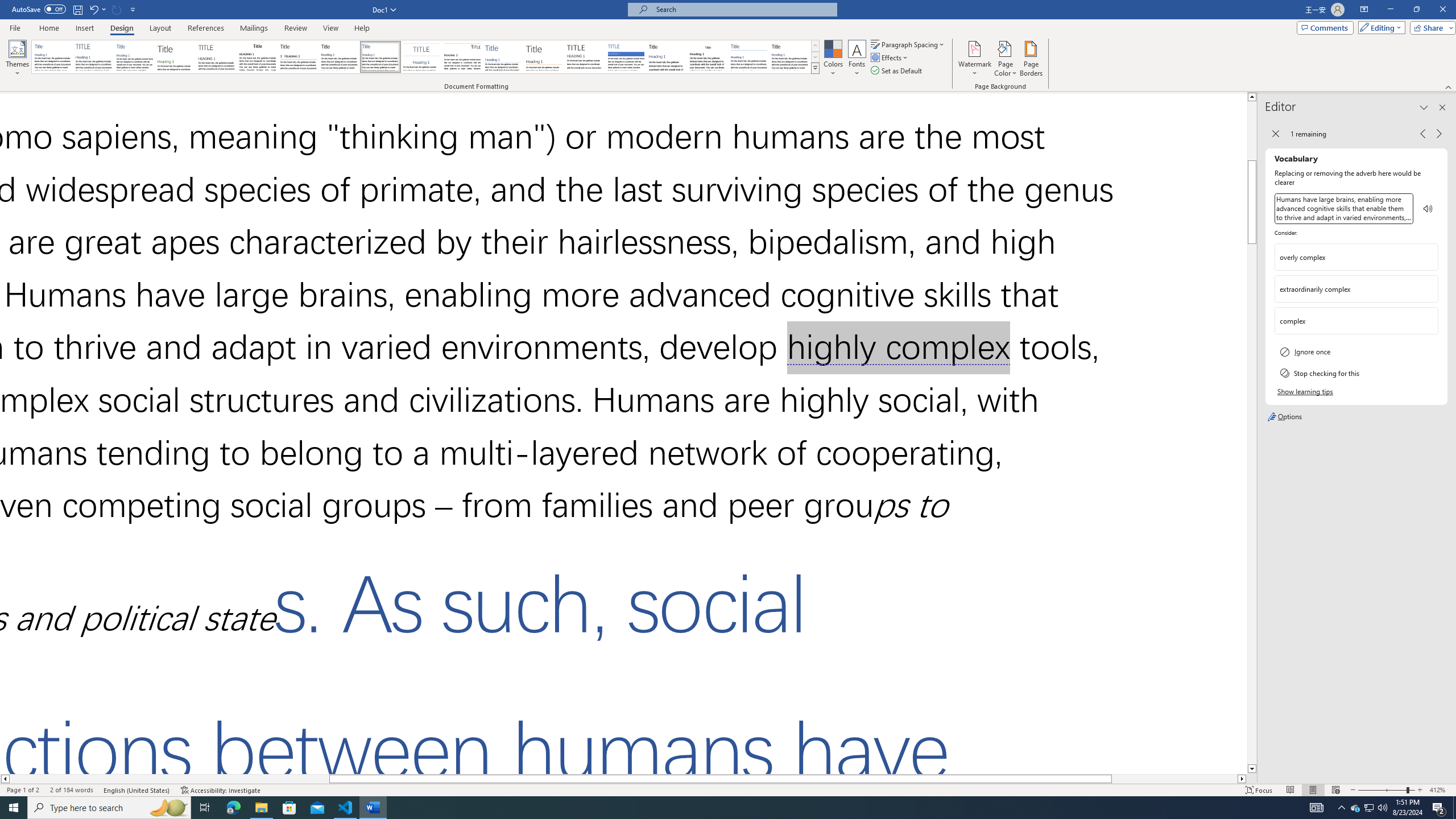  I want to click on 'Column right', so click(1242, 778).